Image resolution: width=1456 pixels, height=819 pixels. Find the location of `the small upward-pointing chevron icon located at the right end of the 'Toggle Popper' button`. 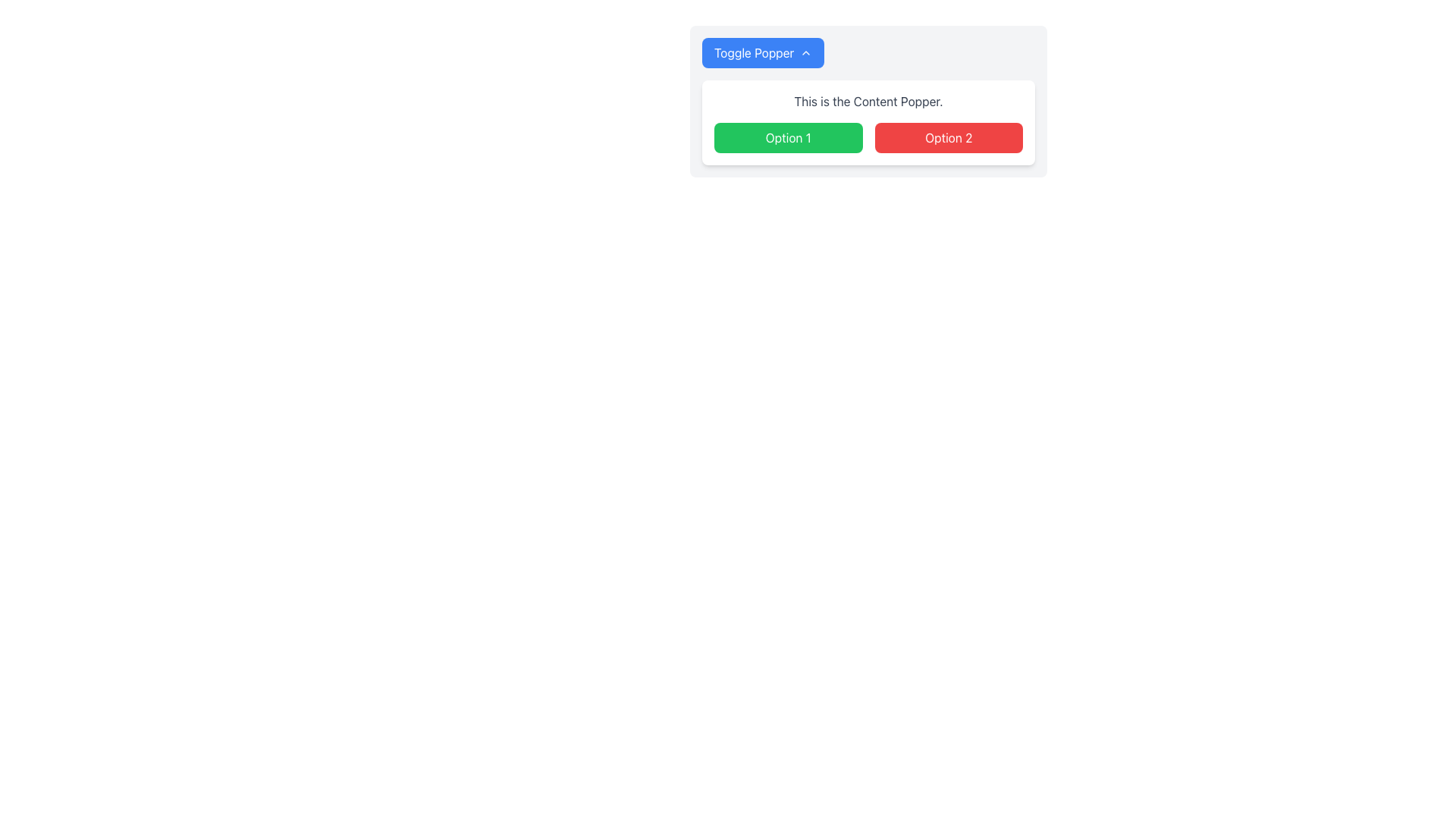

the small upward-pointing chevron icon located at the right end of the 'Toggle Popper' button is located at coordinates (805, 52).